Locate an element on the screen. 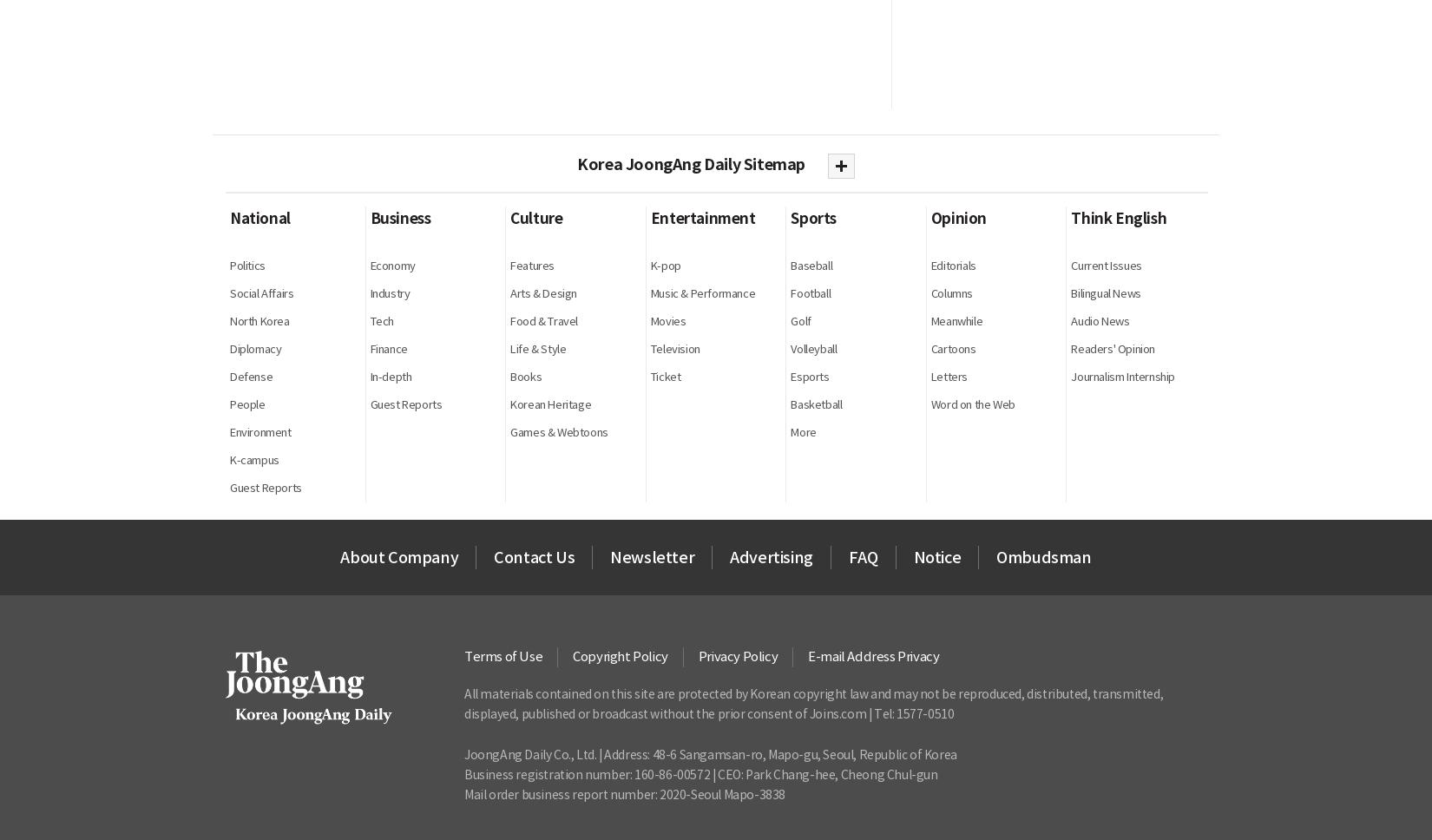 The width and height of the screenshot is (1432, 840). 'Entertainment' is located at coordinates (648, 218).